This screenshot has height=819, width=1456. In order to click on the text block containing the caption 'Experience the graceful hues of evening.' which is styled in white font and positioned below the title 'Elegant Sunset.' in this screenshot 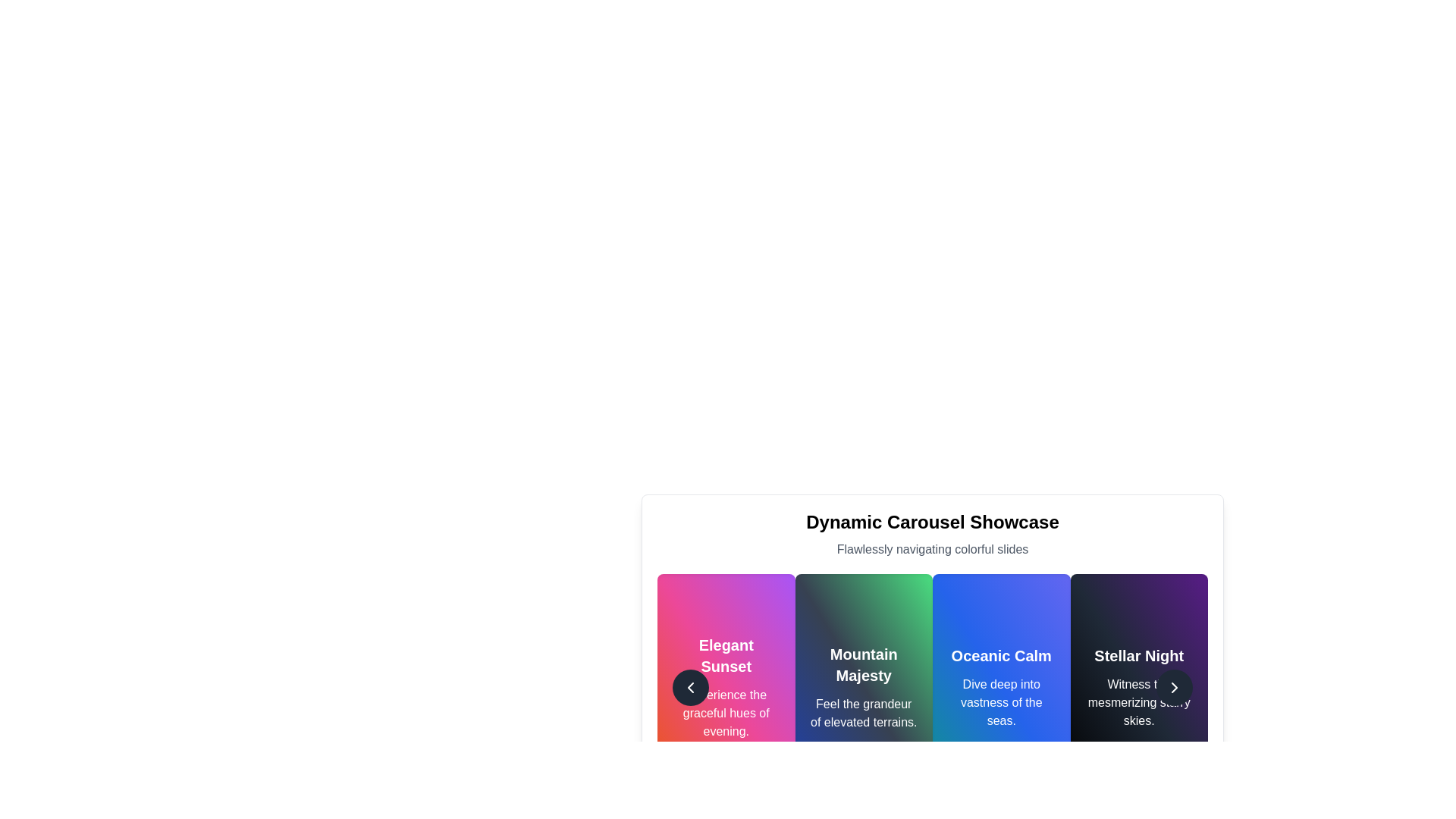, I will do `click(725, 714)`.